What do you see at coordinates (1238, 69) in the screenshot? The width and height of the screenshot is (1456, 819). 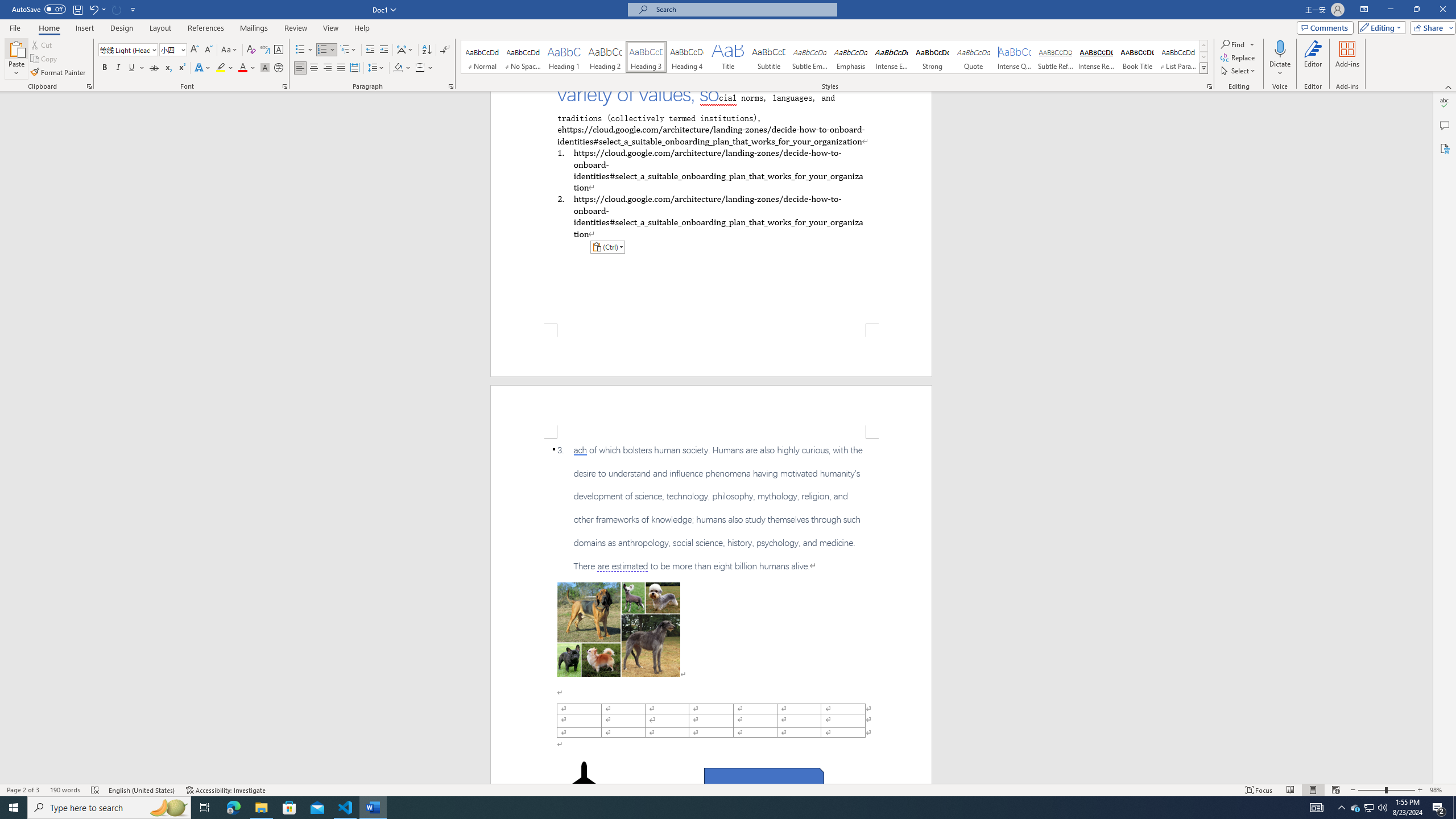 I see `'Select'` at bounding box center [1238, 69].